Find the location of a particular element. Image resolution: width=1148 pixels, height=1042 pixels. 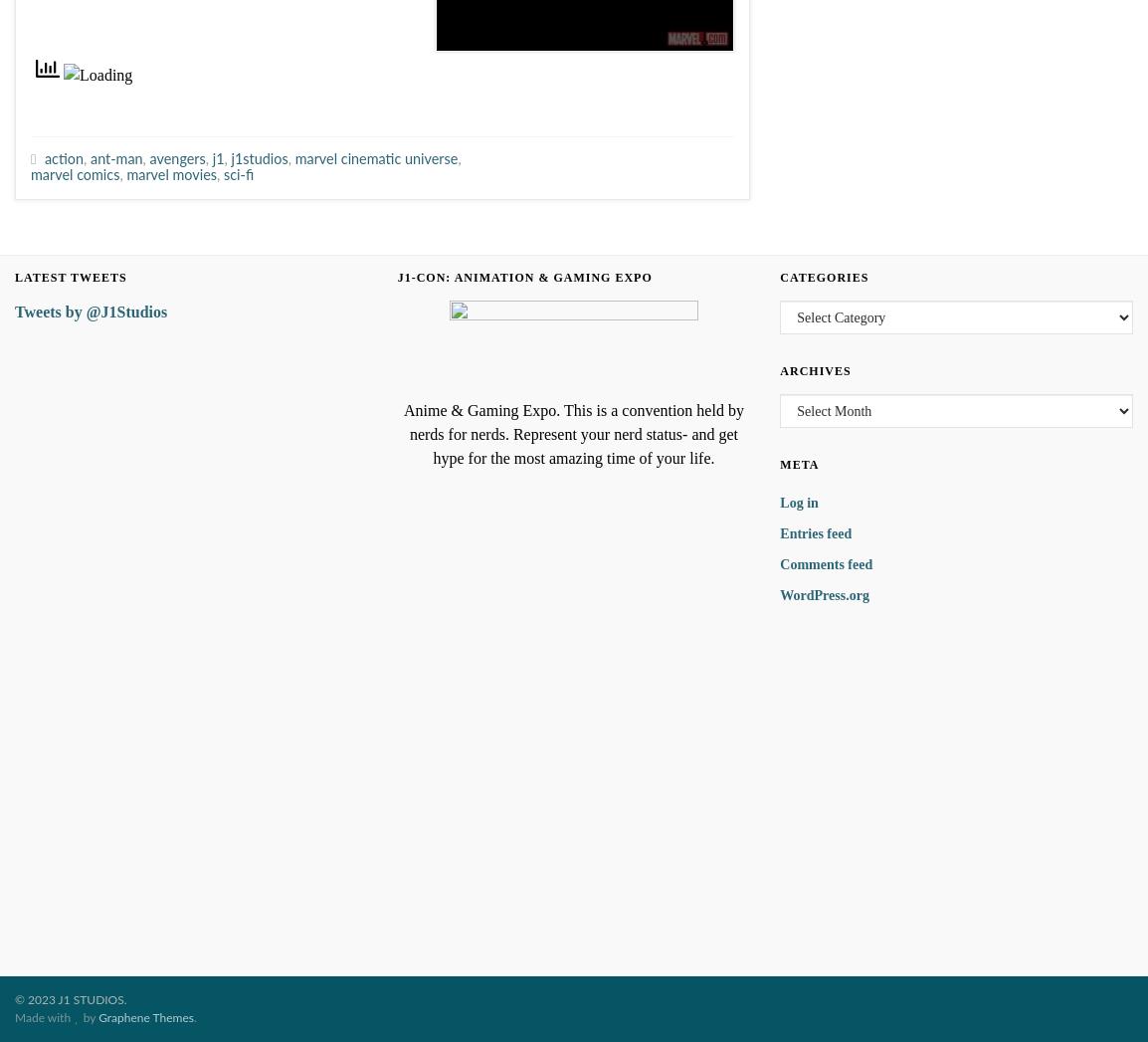

'J1-Con: Animation & Gaming Expo' is located at coordinates (524, 278).